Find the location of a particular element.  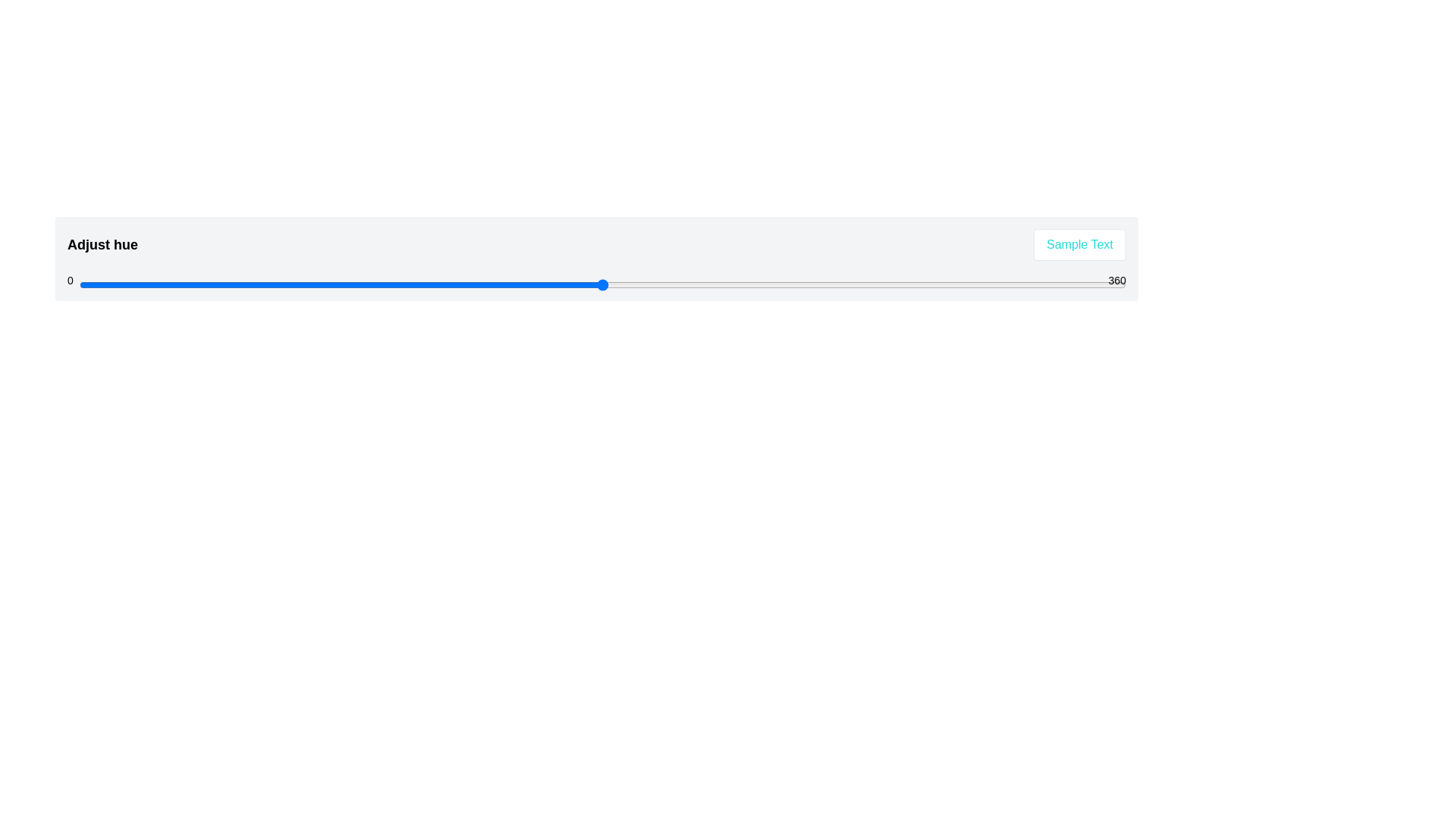

the hue slider to set the hue value to 21 is located at coordinates (140, 284).